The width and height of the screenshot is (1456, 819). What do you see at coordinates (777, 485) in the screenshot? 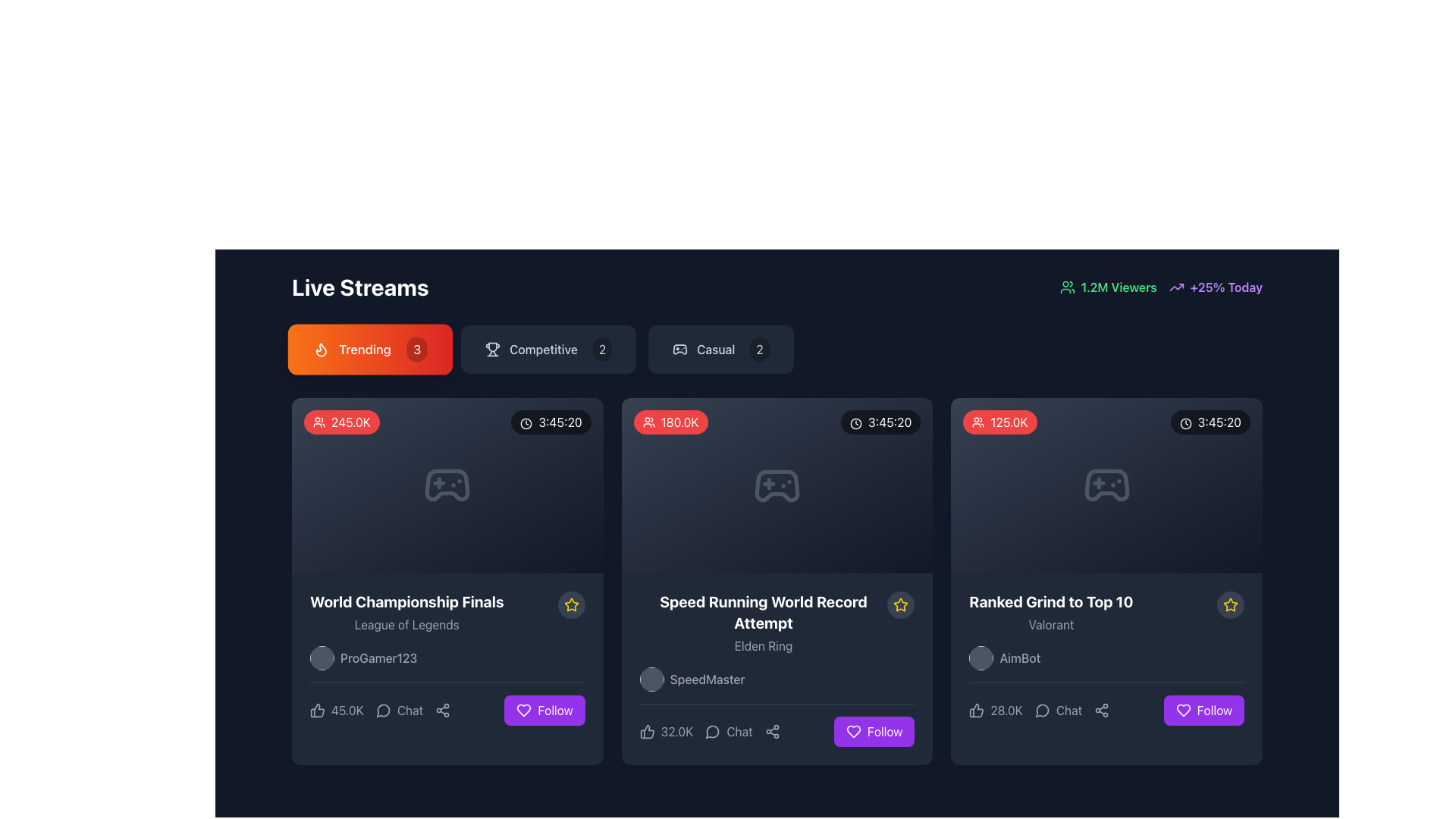
I see `the stylized game controller icon located centrally within the second card of the Live Streams section, which is positioned above the text 'Speed Running World Record Attempt'` at bounding box center [777, 485].